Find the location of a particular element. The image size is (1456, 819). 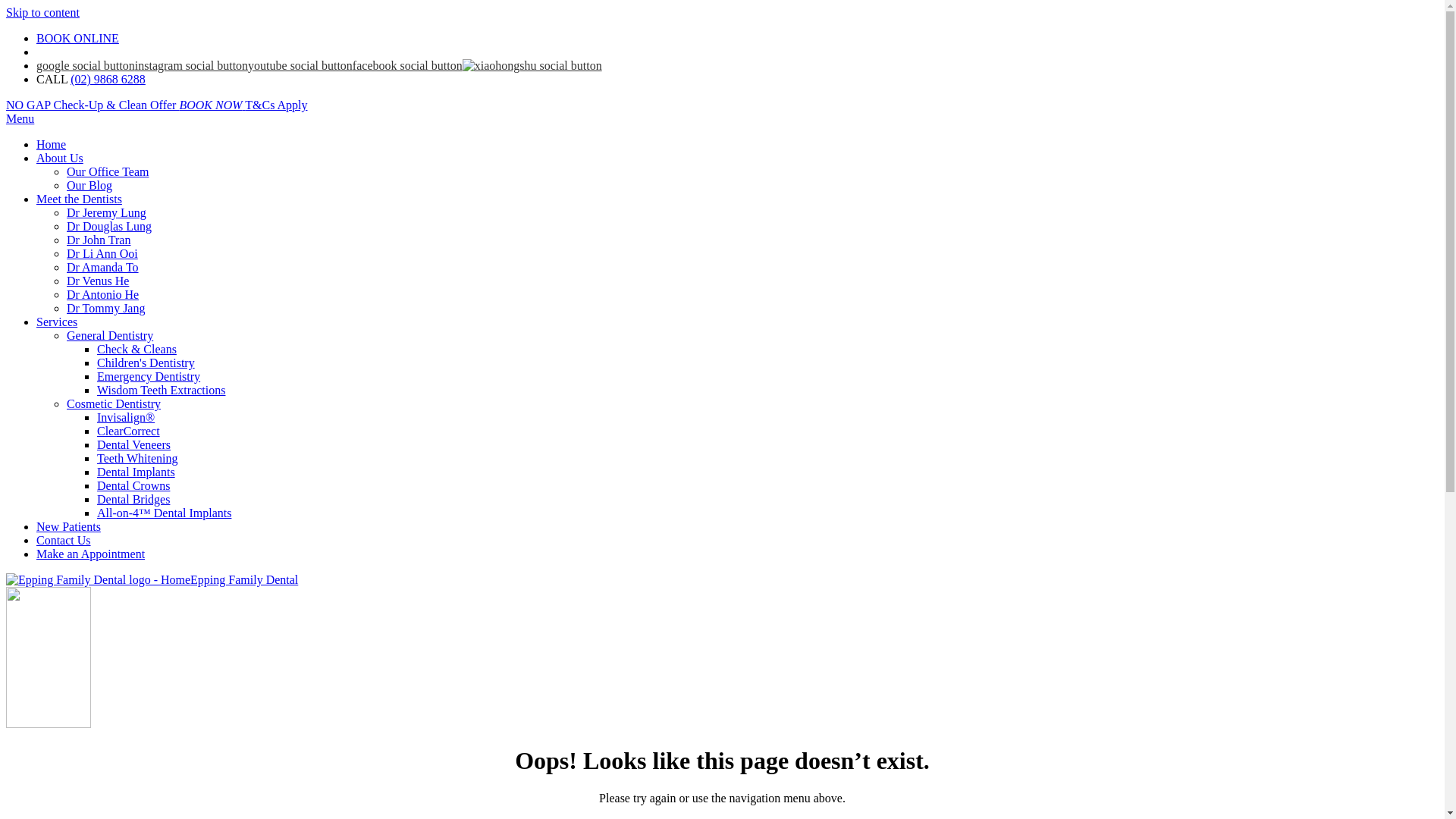

'Contact Us' is located at coordinates (62, 539).